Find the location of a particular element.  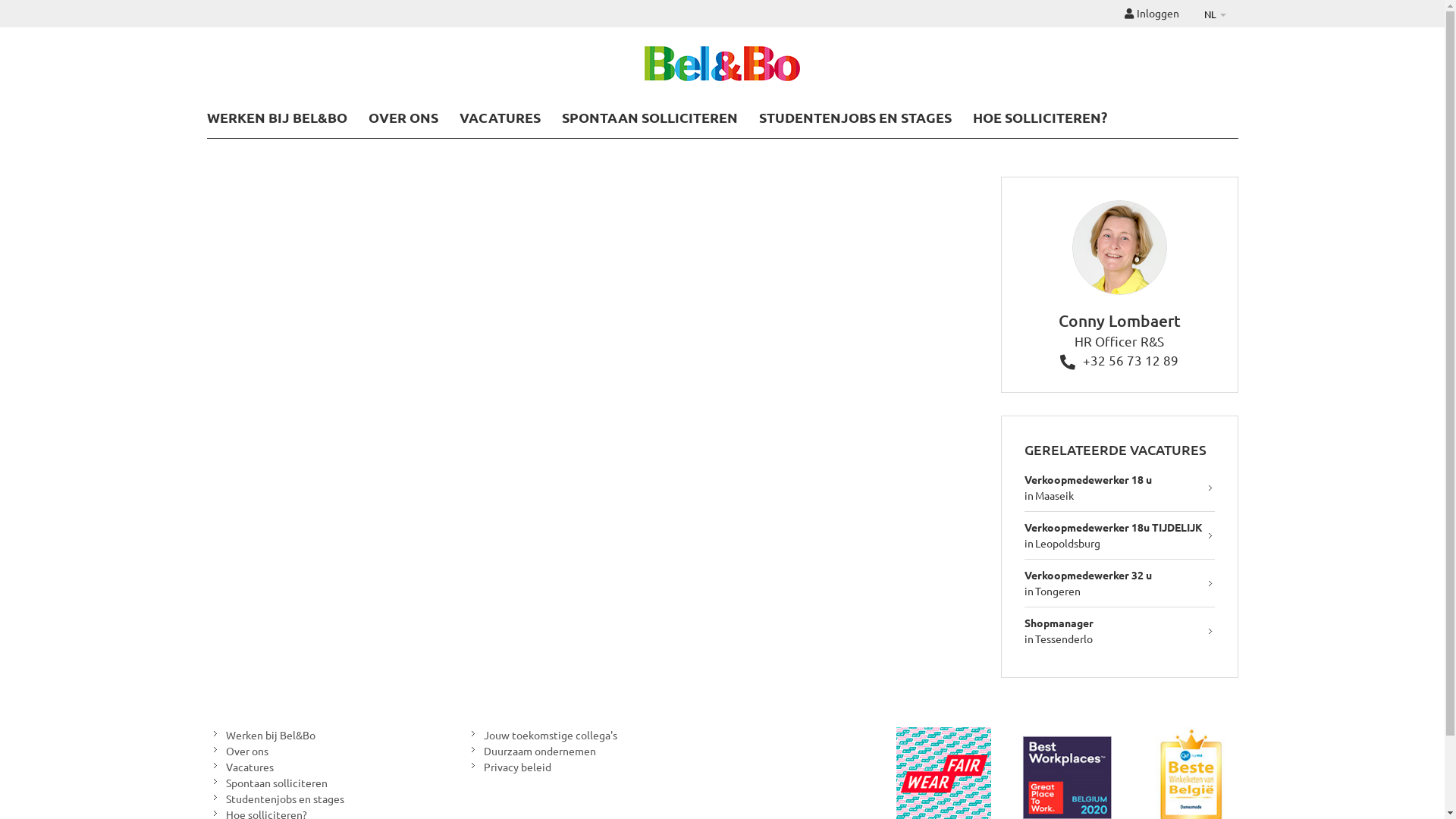

'Vacatures' is located at coordinates (239, 767).